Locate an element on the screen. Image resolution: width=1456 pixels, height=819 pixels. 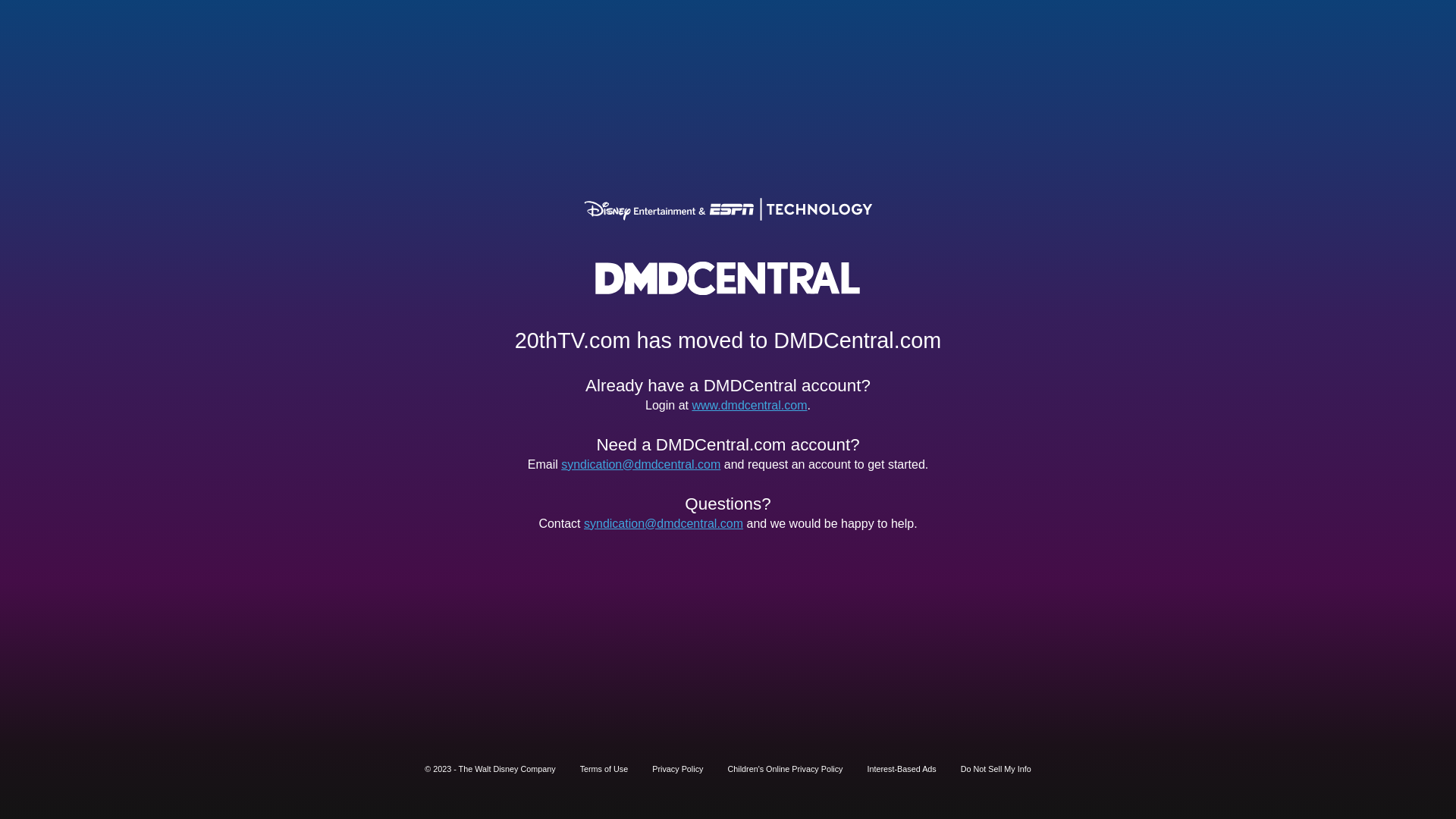
'Do Not Sell My Info' is located at coordinates (948, 769).